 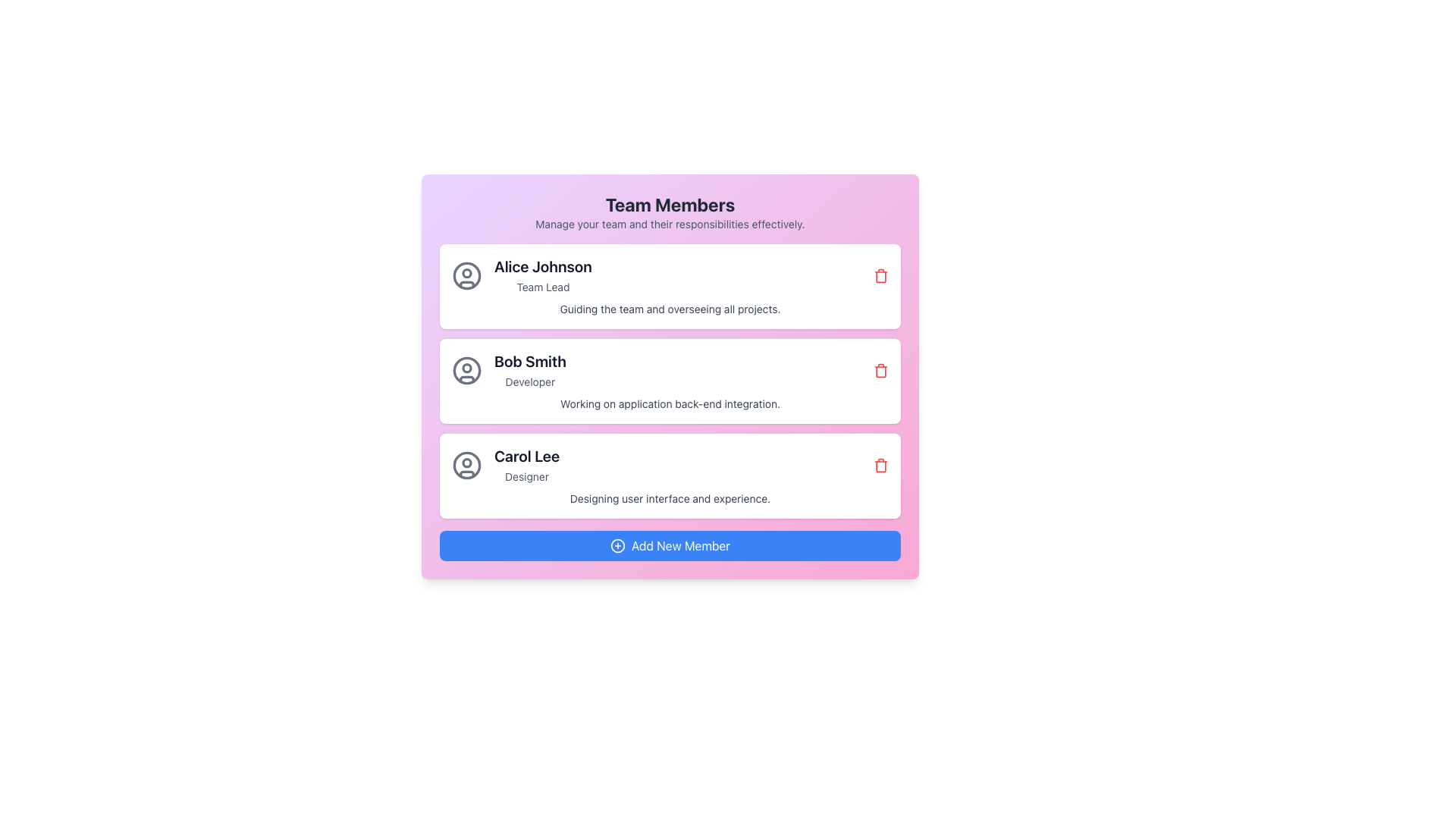 What do you see at coordinates (509, 371) in the screenshot?
I see `the Profile Display Component for user 'Bob Smith', which is the second entry in the profile list` at bounding box center [509, 371].